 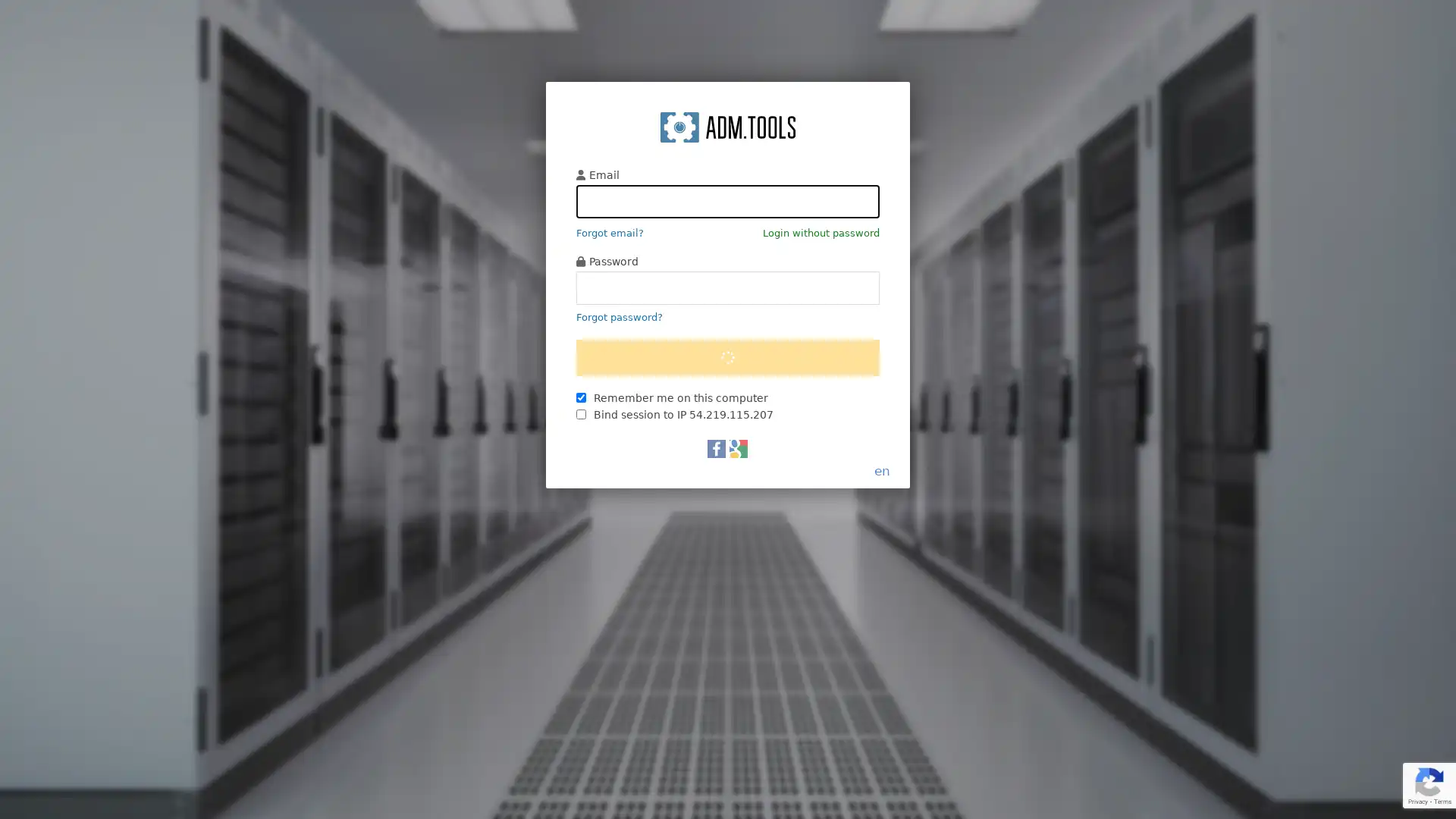 I want to click on Login, so click(x=728, y=427).